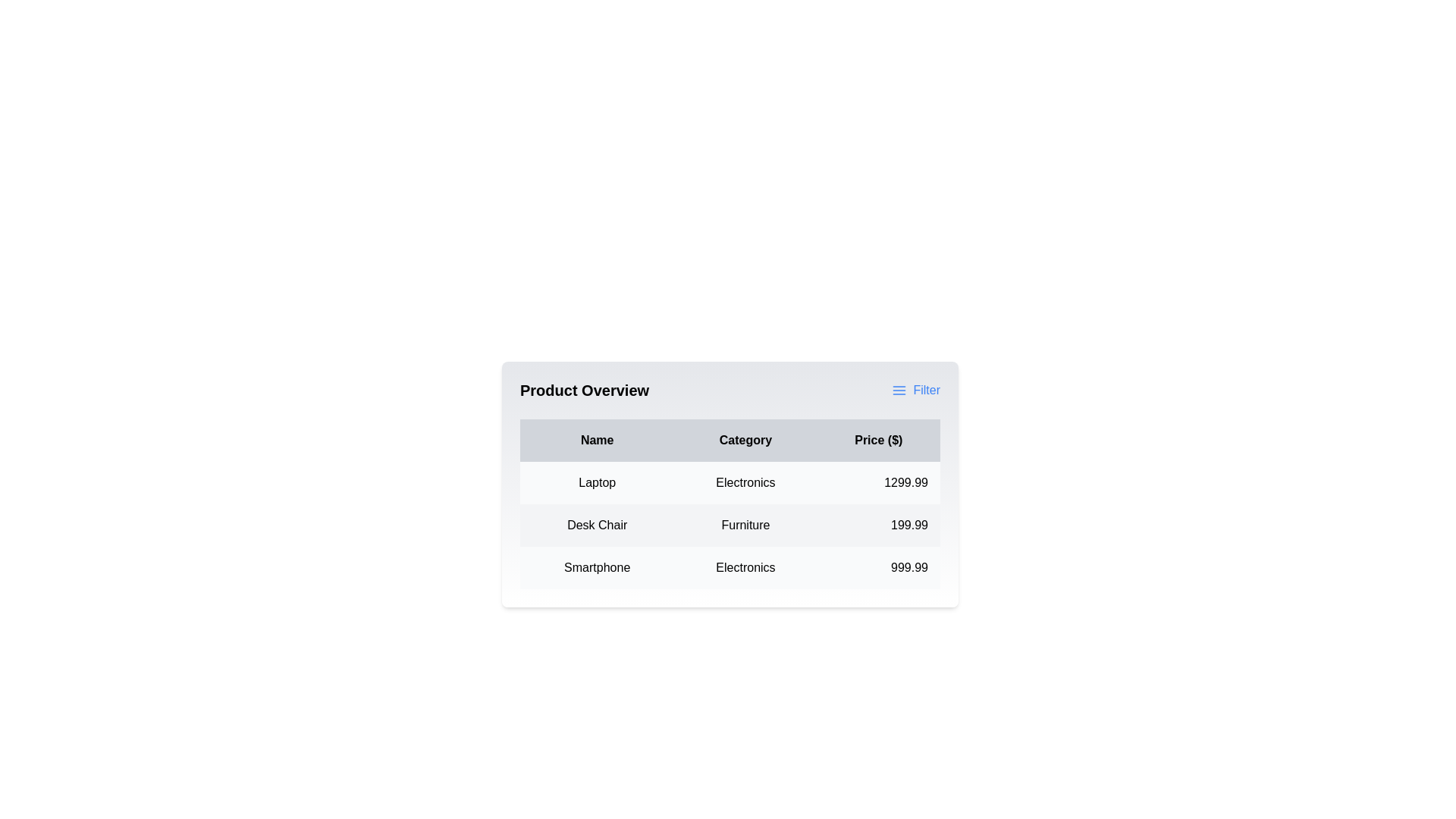 The width and height of the screenshot is (1456, 819). Describe the element at coordinates (730, 525) in the screenshot. I see `the second row in the 'Product Overview' table, which displays the product name 'Desk Chair', category 'Furniture', and price '199.99'` at that location.